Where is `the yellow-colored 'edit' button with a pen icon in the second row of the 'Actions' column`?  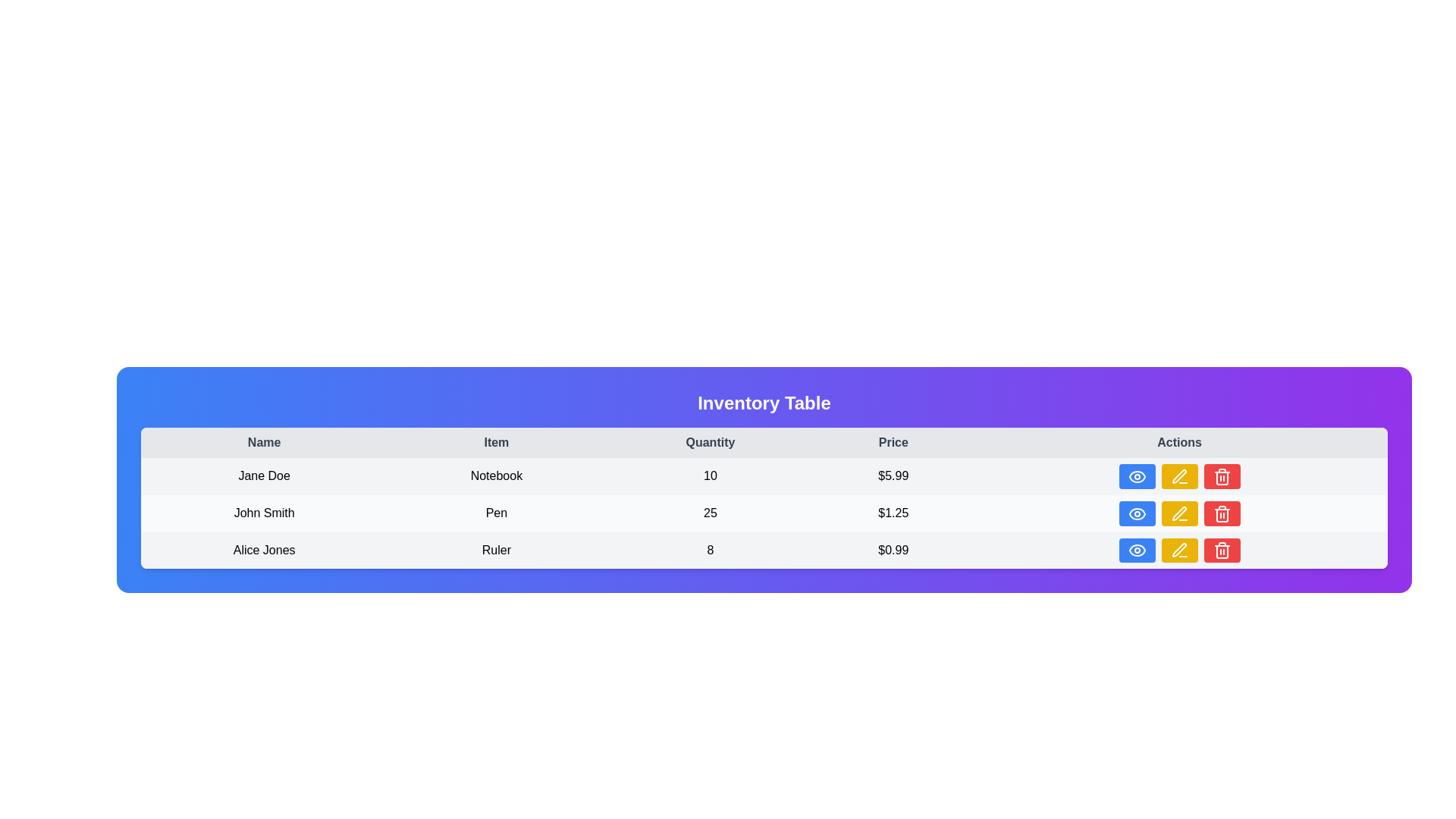 the yellow-colored 'edit' button with a pen icon in the second row of the 'Actions' column is located at coordinates (1178, 513).